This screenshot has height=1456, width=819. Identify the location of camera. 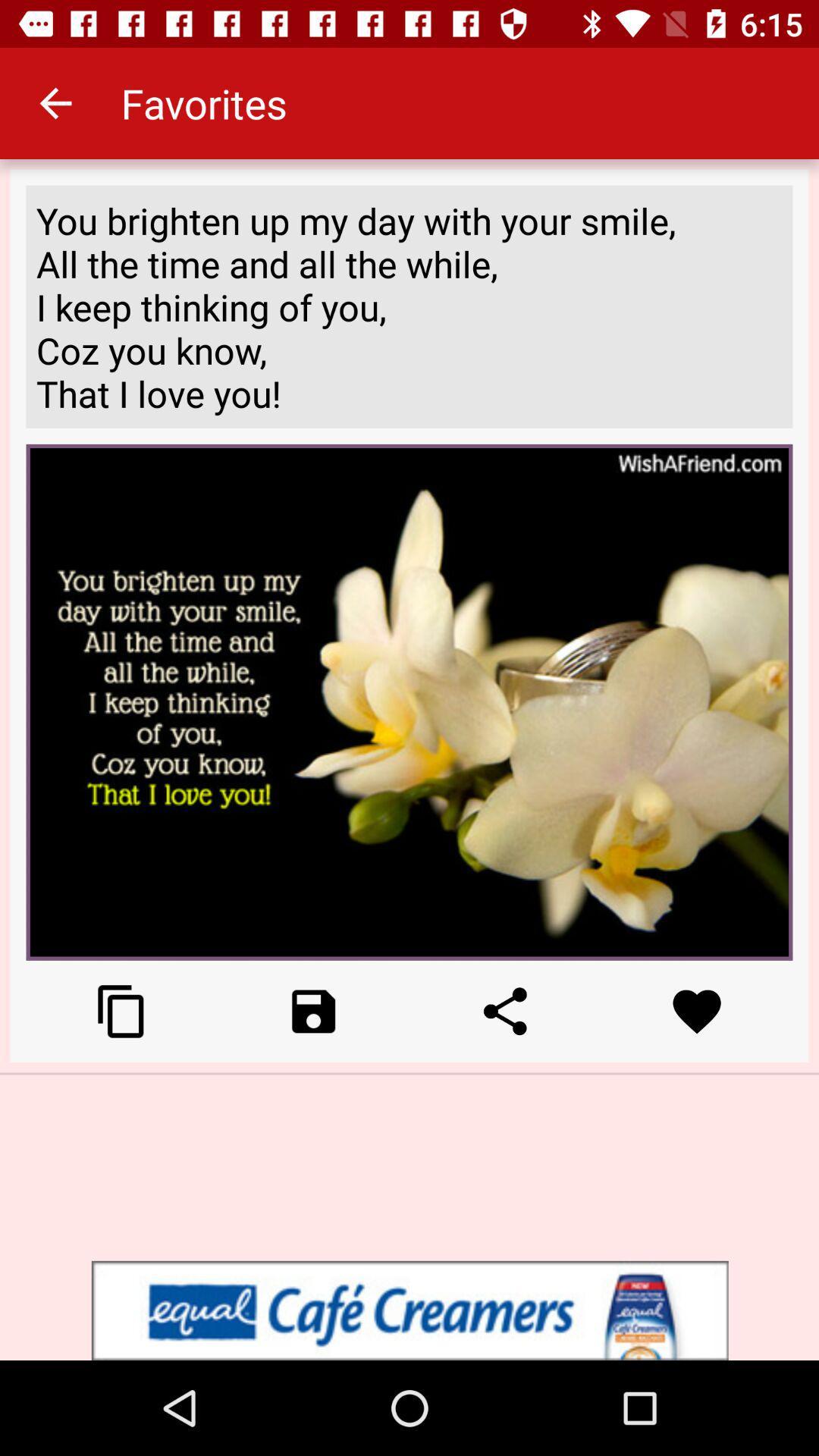
(312, 1011).